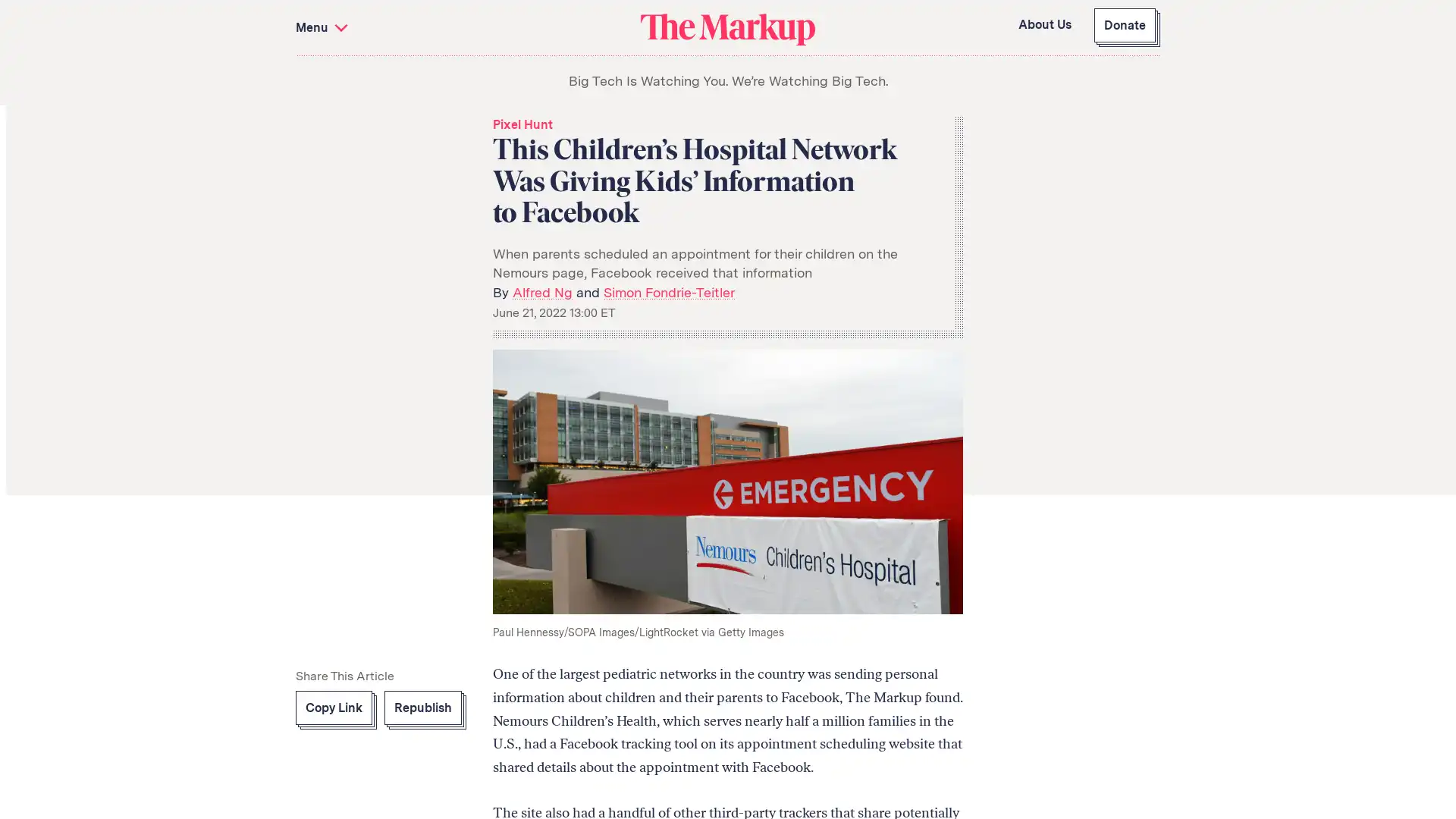 The height and width of the screenshot is (819, 1456). Describe the element at coordinates (591, 137) in the screenshot. I see `Submit` at that location.